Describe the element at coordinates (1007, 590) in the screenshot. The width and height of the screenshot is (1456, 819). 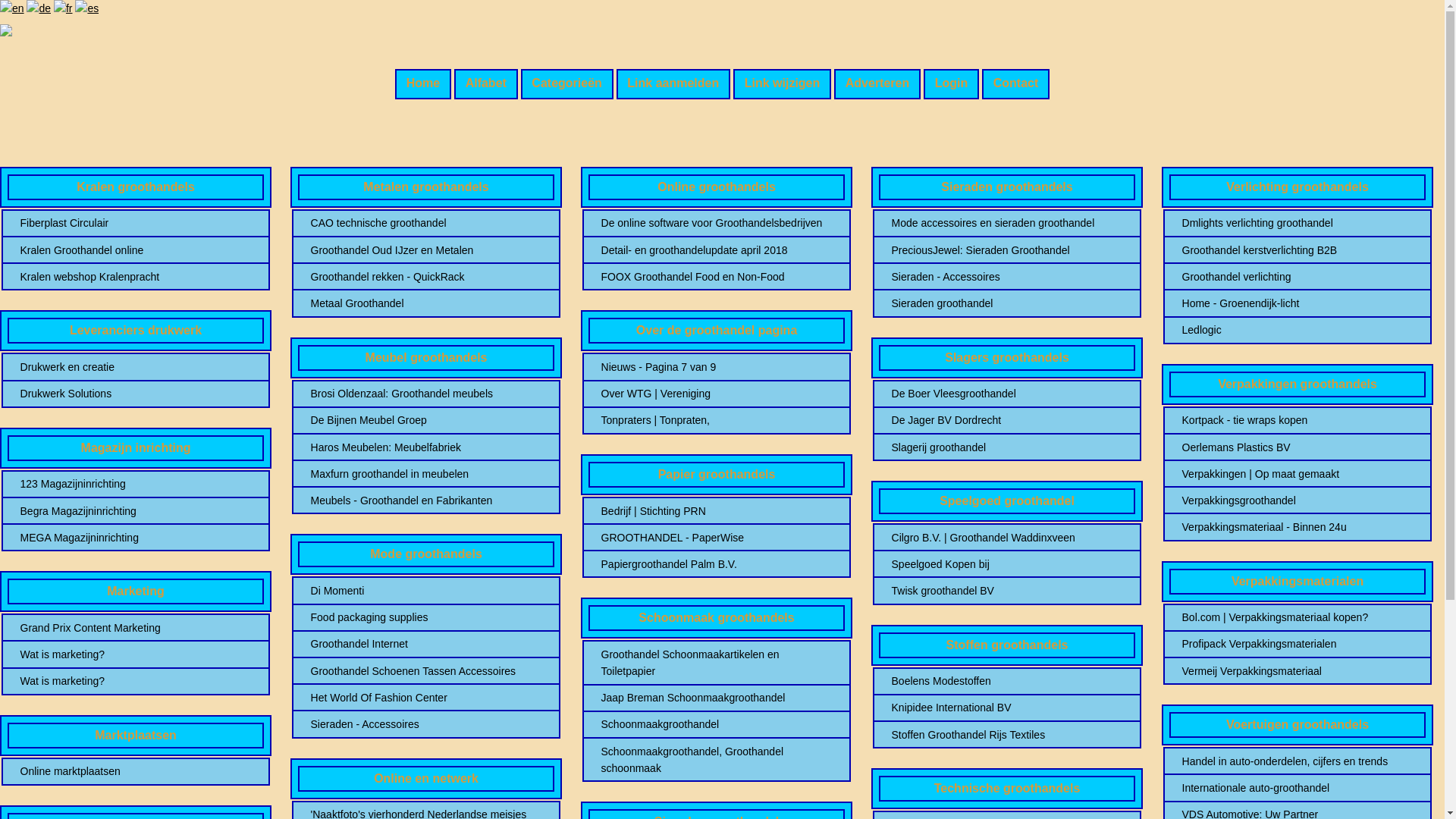
I see `'Twisk groothandel BV'` at that location.